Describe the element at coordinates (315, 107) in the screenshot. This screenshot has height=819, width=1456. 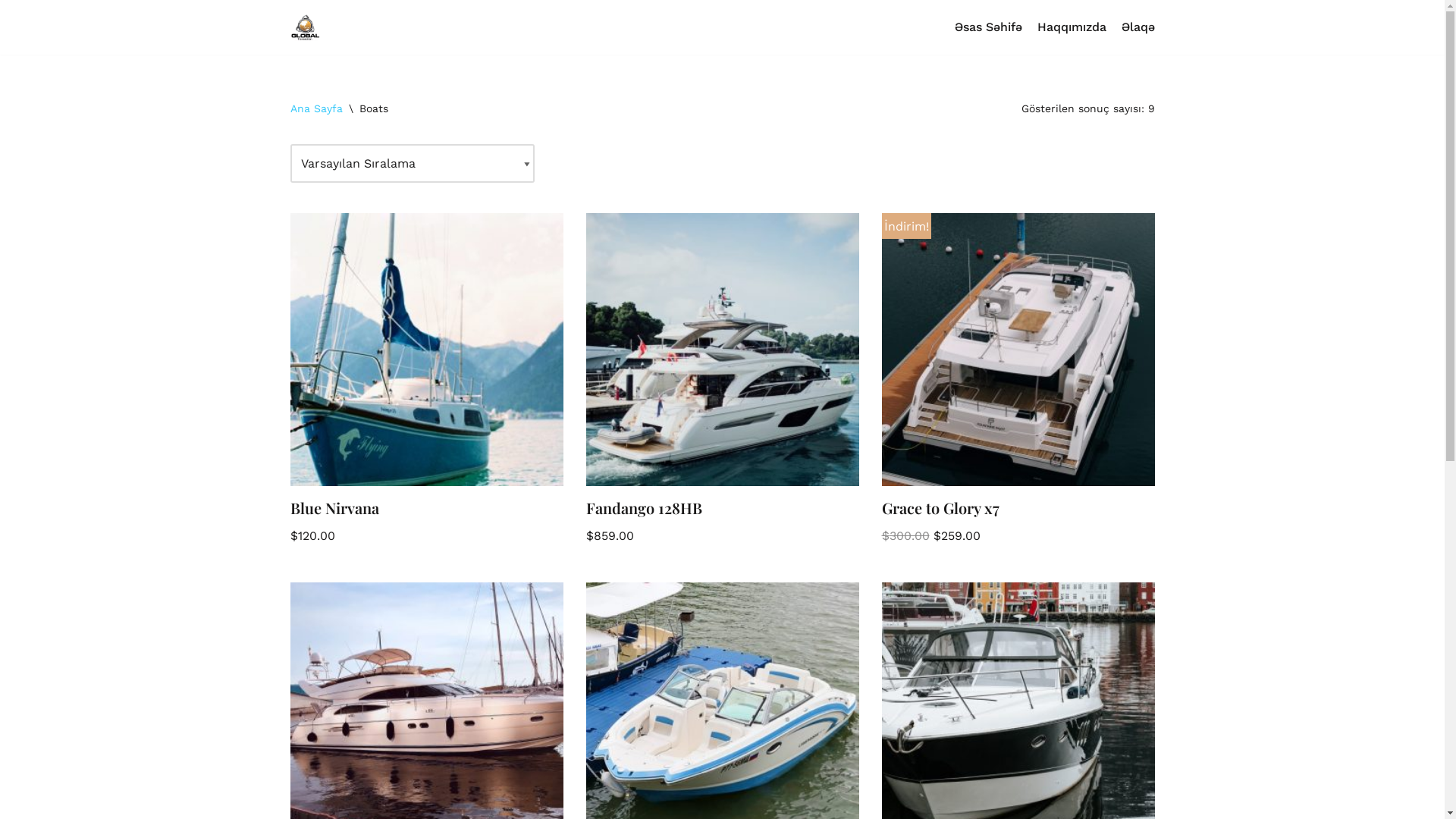
I see `'Ana Sayfa'` at that location.